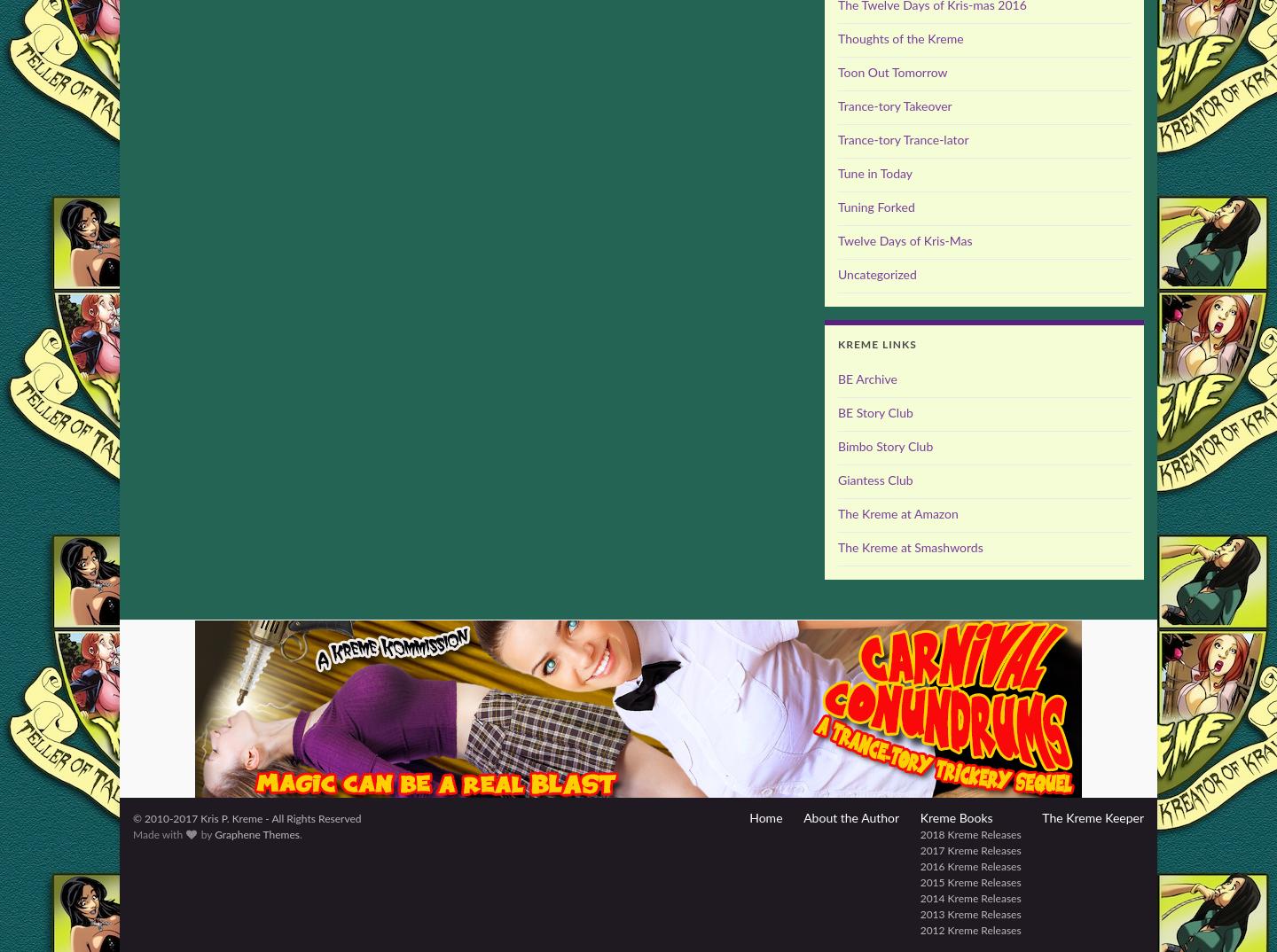  Describe the element at coordinates (866, 379) in the screenshot. I see `'BE Archive'` at that location.